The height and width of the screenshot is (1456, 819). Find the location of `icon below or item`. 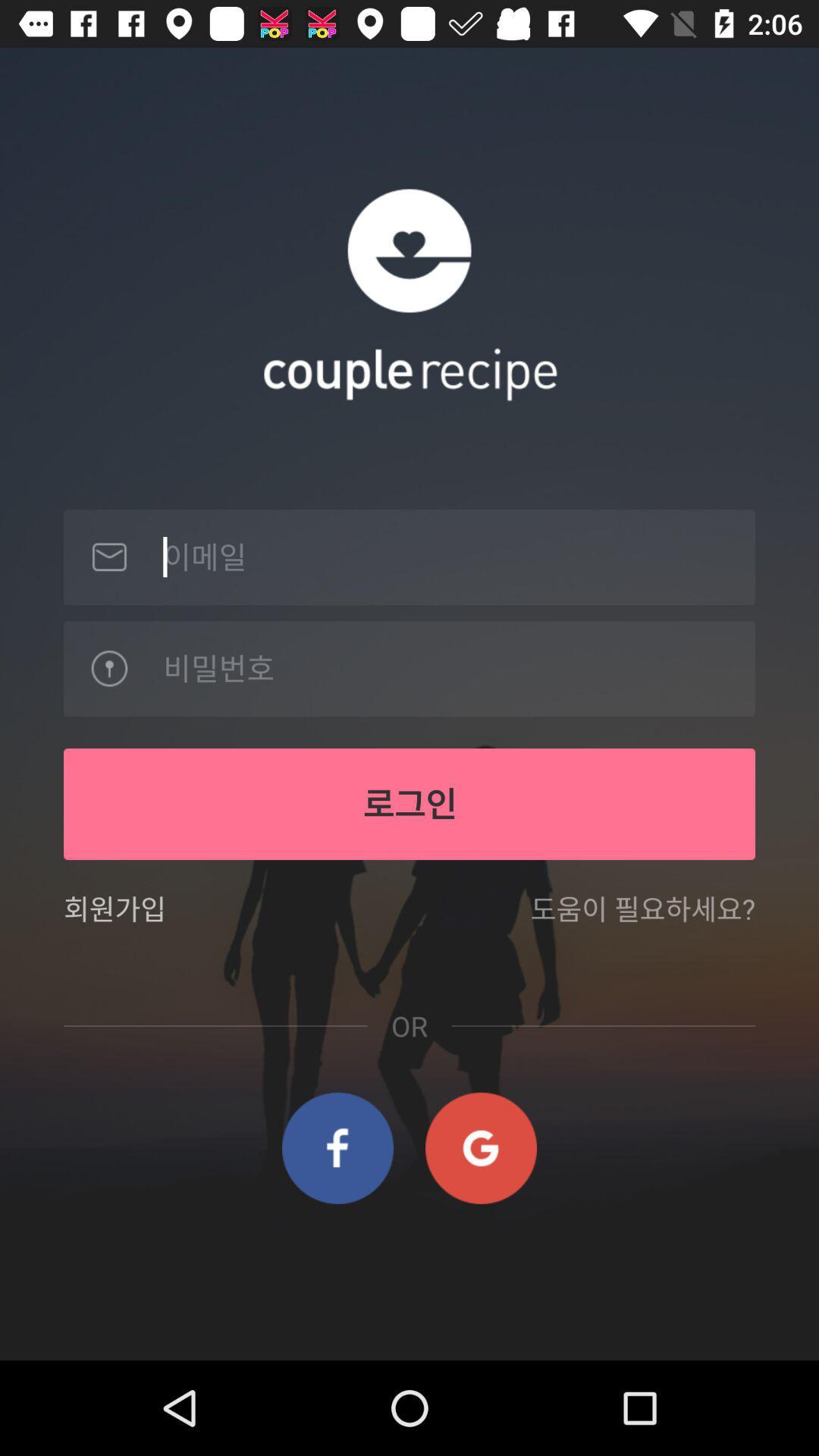

icon below or item is located at coordinates (337, 1148).